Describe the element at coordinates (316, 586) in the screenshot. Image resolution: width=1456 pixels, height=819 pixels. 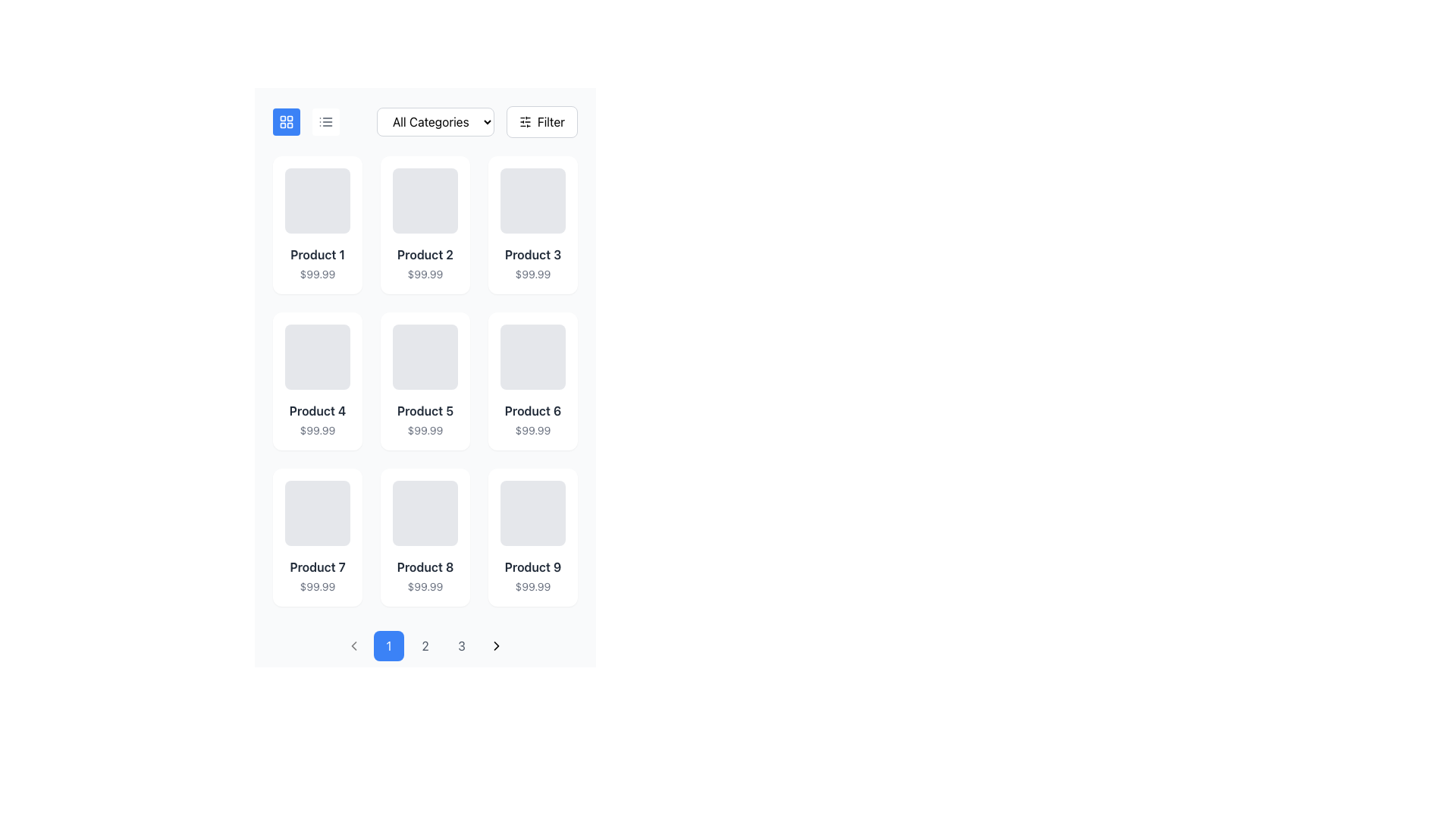
I see `the Text label displaying the price of Product 7, located directly underneath the 'Product 7' title text in the lower section of the card` at that location.